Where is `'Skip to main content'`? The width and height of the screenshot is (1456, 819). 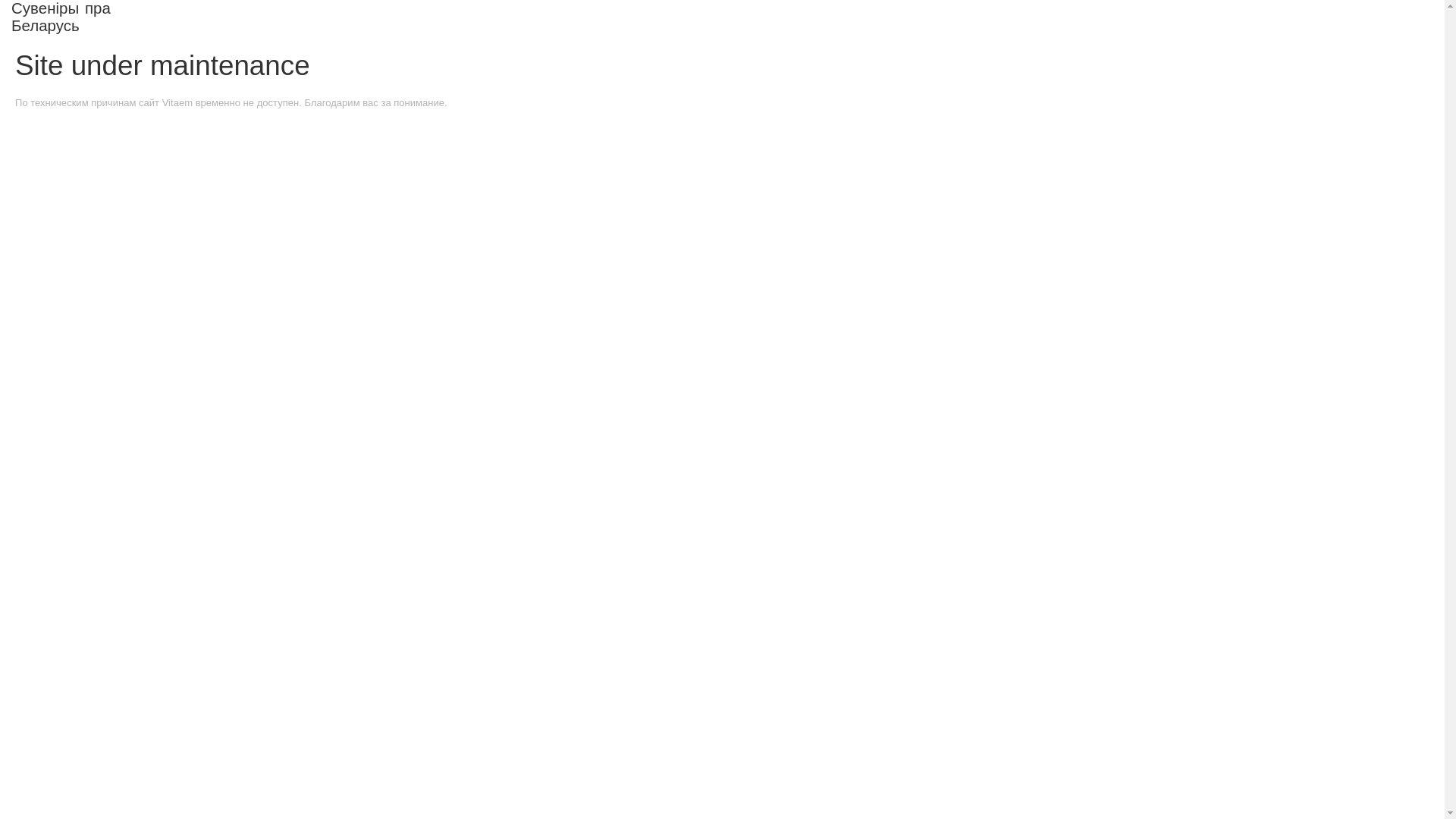 'Skip to main content' is located at coordinates (676, 2).